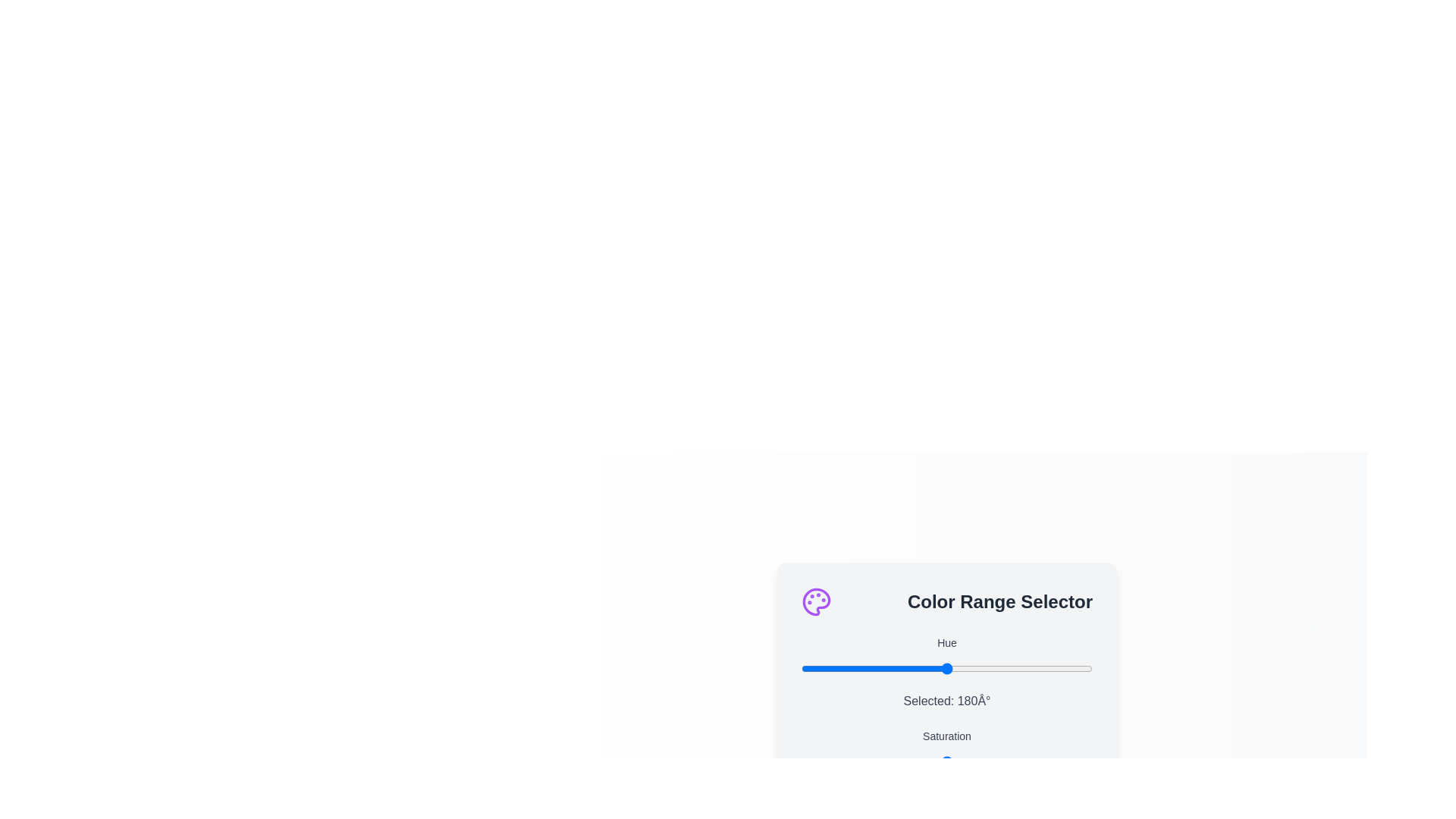 The width and height of the screenshot is (1456, 819). I want to click on the 'Hue' label, which is styled in small gray text and positioned at the top of the 'Color Range Selector' section, so click(946, 642).